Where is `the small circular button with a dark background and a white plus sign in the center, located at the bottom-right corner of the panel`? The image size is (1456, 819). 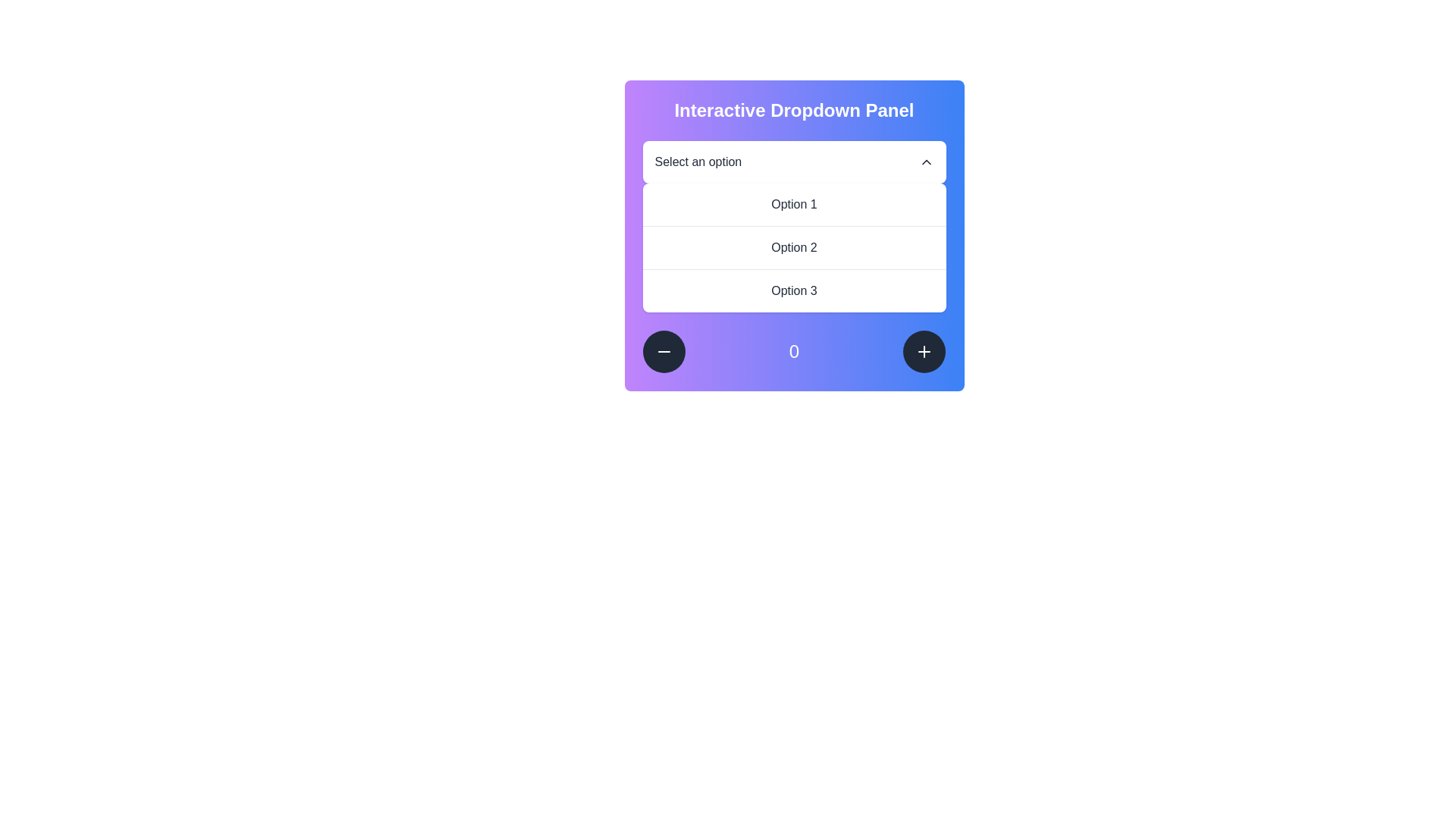
the small circular button with a dark background and a white plus sign in the center, located at the bottom-right corner of the panel is located at coordinates (924, 351).